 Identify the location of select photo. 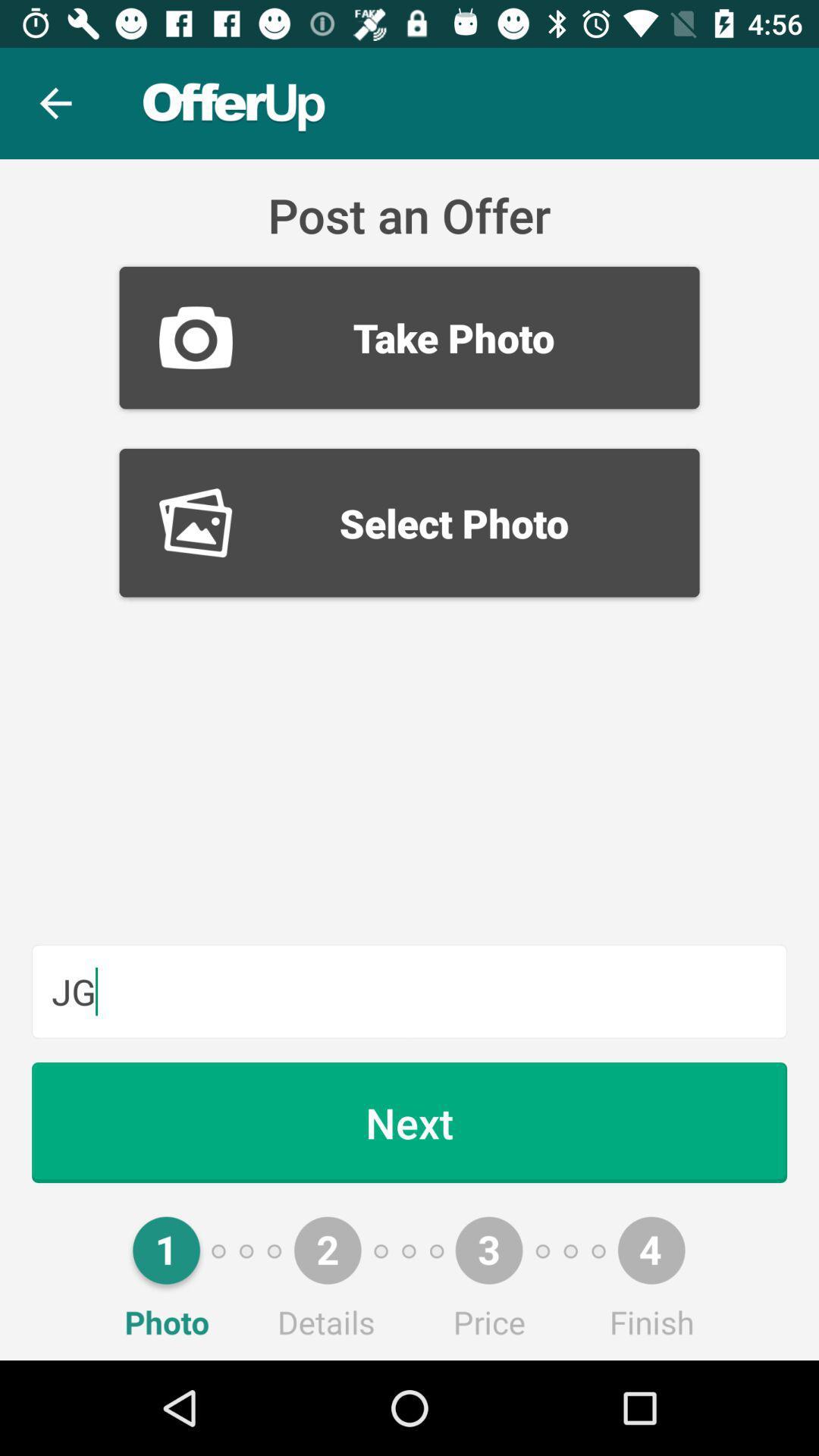
(409, 522).